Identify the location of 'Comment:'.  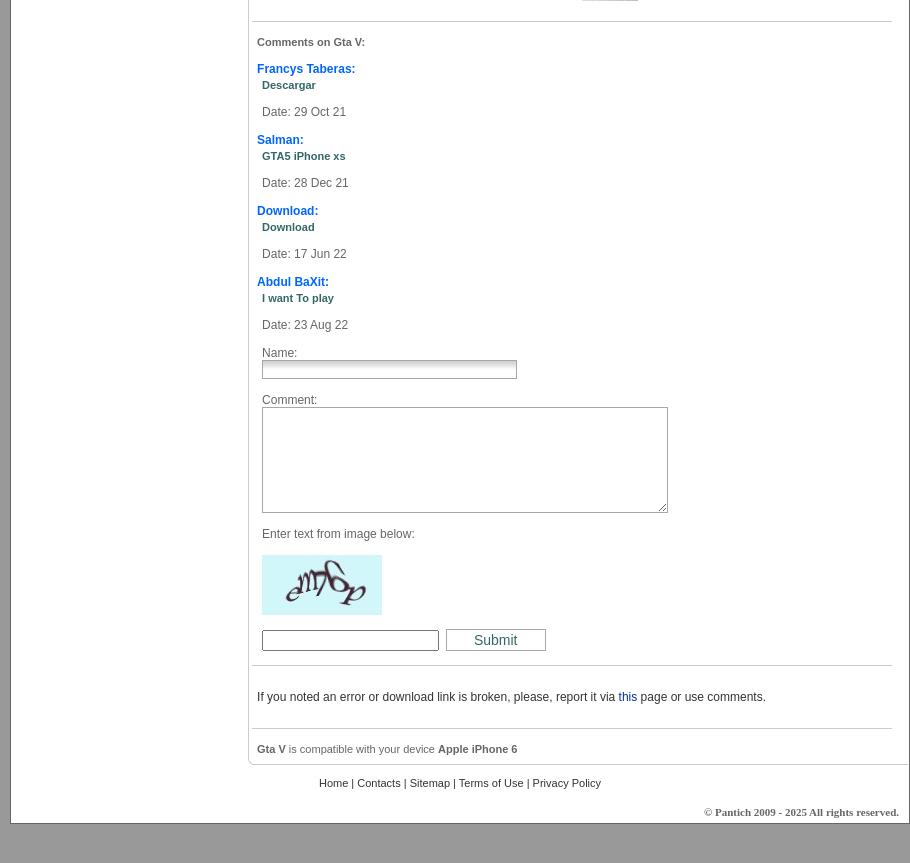
(288, 400).